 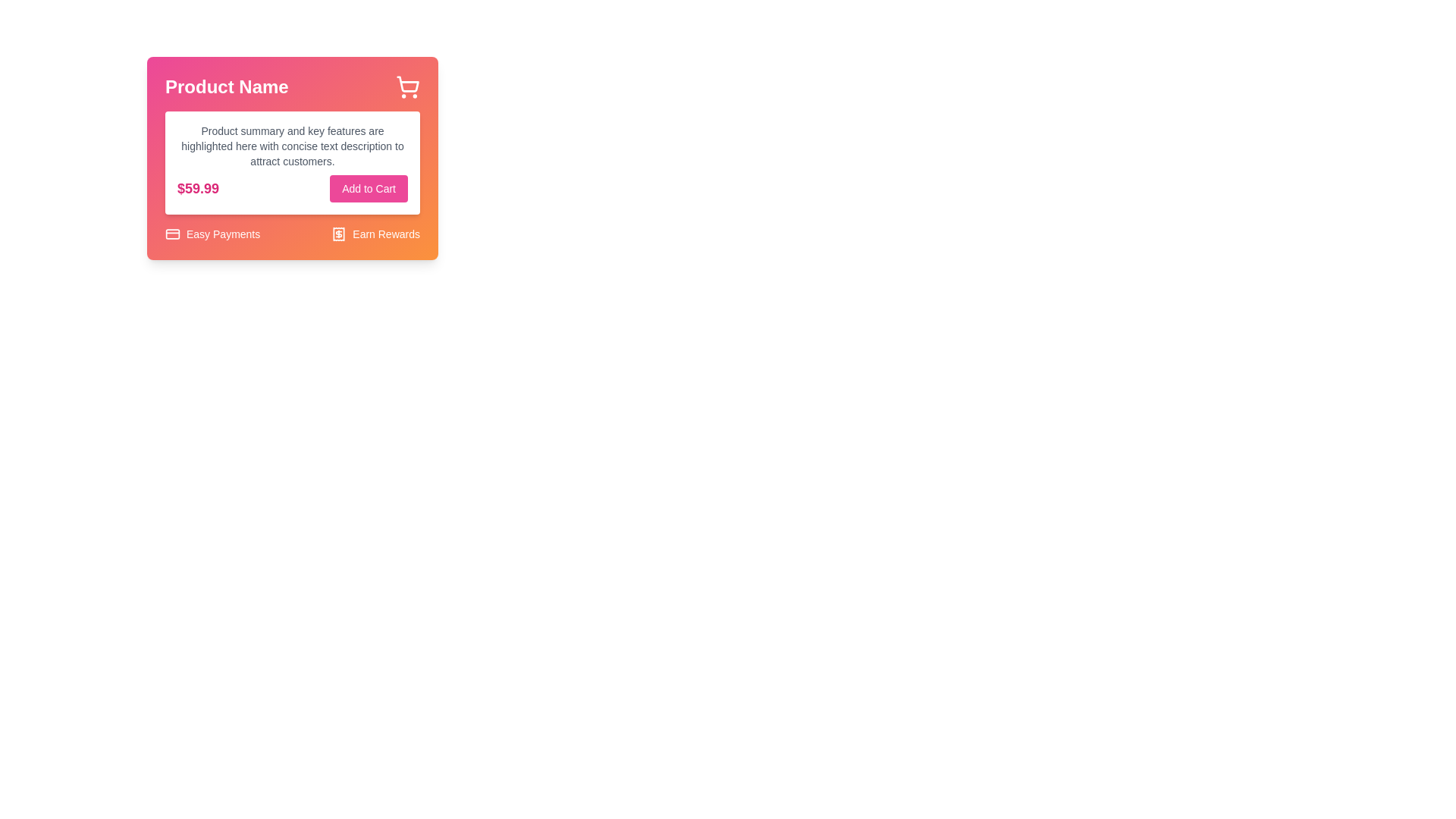 I want to click on the add to cart button located in the pricing section of the product card to observe its hover effects, so click(x=369, y=188).